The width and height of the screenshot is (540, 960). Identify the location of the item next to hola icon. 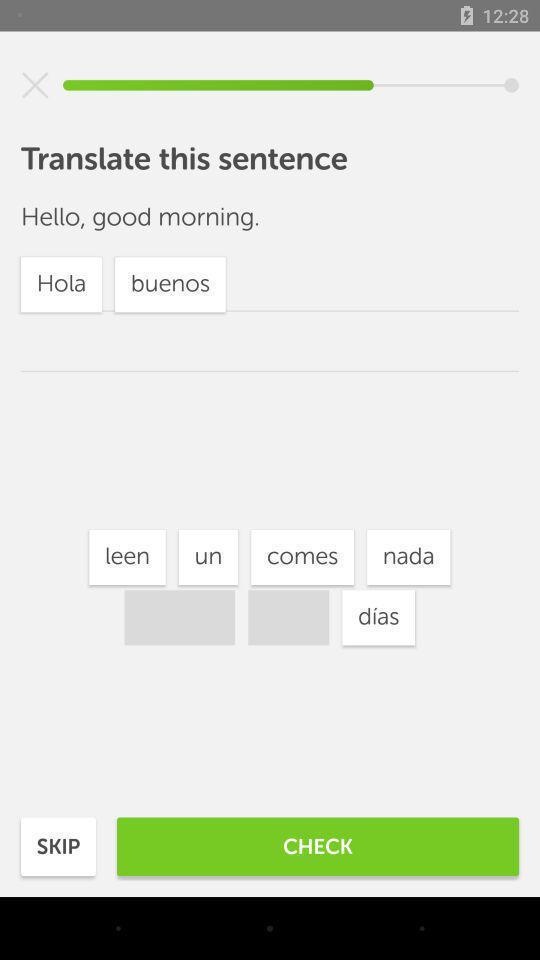
(207, 557).